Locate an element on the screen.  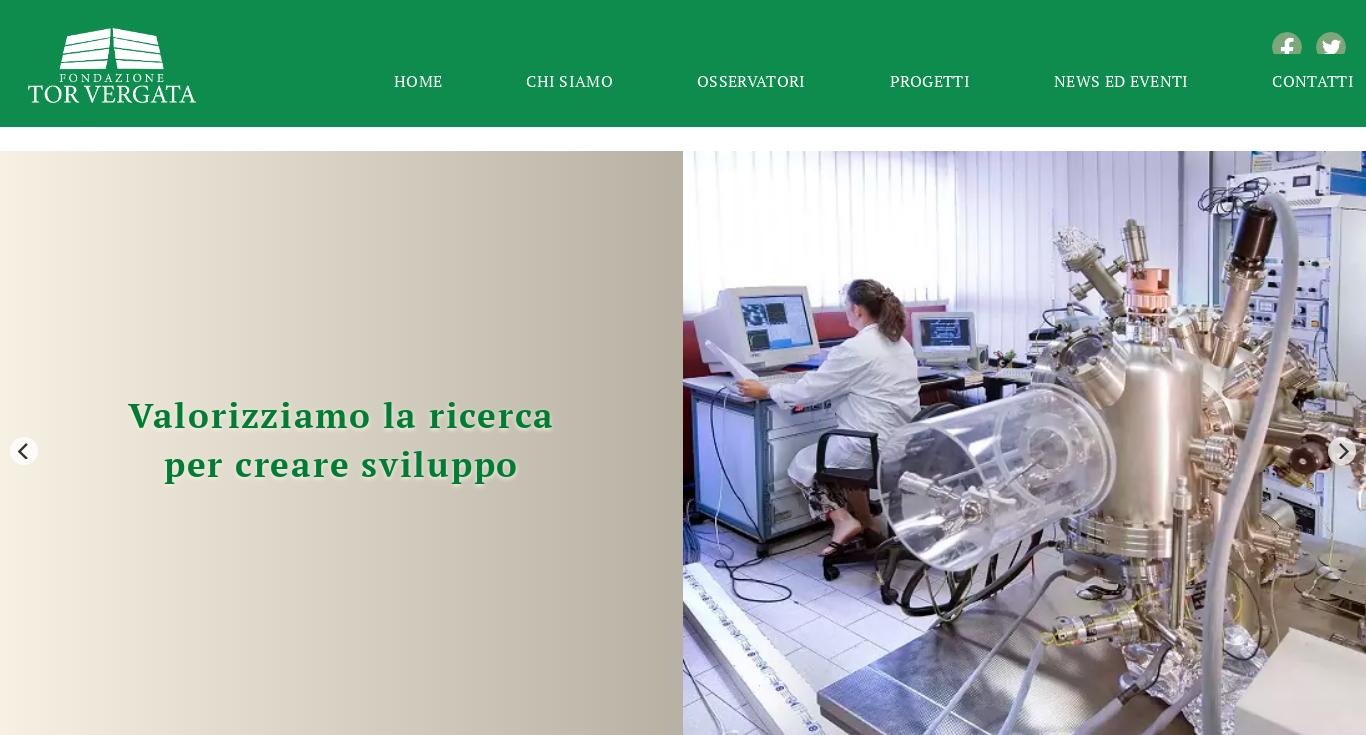
'Beniamino Quintieri è il nuovo Presidente del Consiglio d’Amministrazione dell’Istituto per il Credito Sportivo, nominato dal Ministro per lo Sport e i Giovani, di concerto con il Ministro dell’Economia e delle Finanze, acquisita l’intesa del Ministro della Cultura.' is located at coordinates (726, 464).